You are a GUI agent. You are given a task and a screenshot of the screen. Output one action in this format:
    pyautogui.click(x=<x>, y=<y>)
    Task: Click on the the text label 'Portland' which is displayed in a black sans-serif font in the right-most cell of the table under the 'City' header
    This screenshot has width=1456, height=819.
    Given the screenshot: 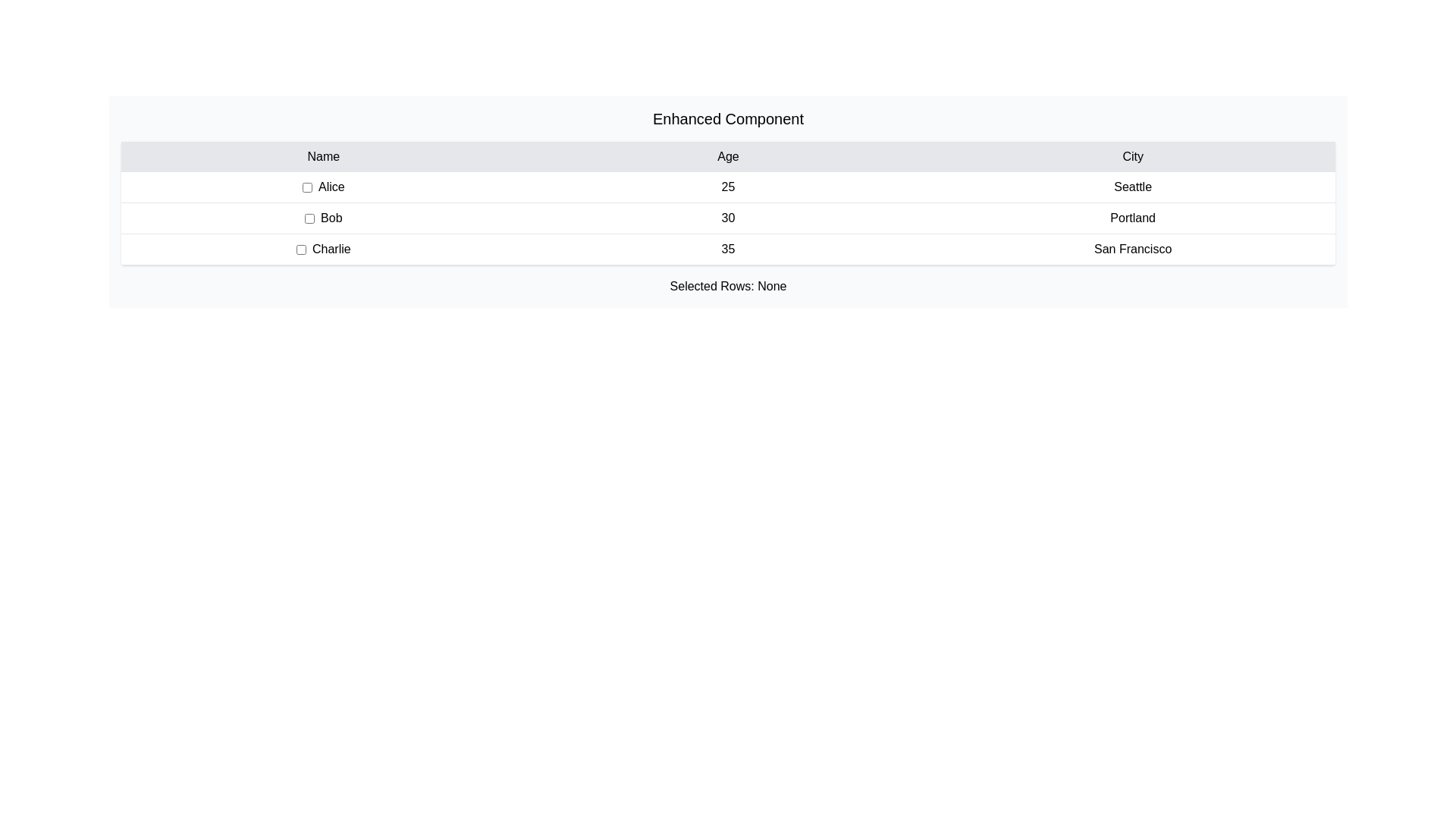 What is the action you would take?
    pyautogui.click(x=1133, y=218)
    